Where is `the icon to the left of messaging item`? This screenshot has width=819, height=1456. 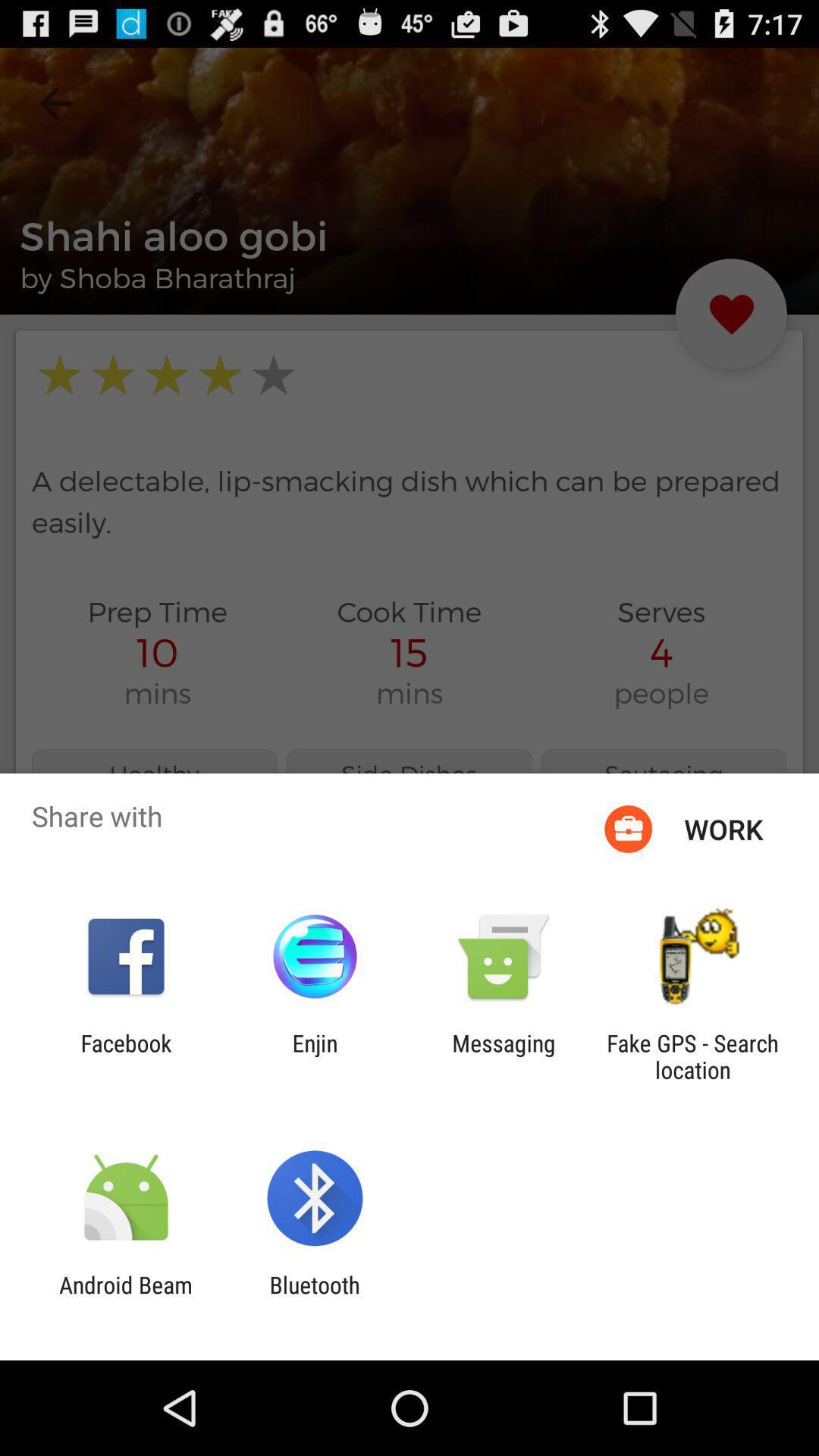 the icon to the left of messaging item is located at coordinates (314, 1056).